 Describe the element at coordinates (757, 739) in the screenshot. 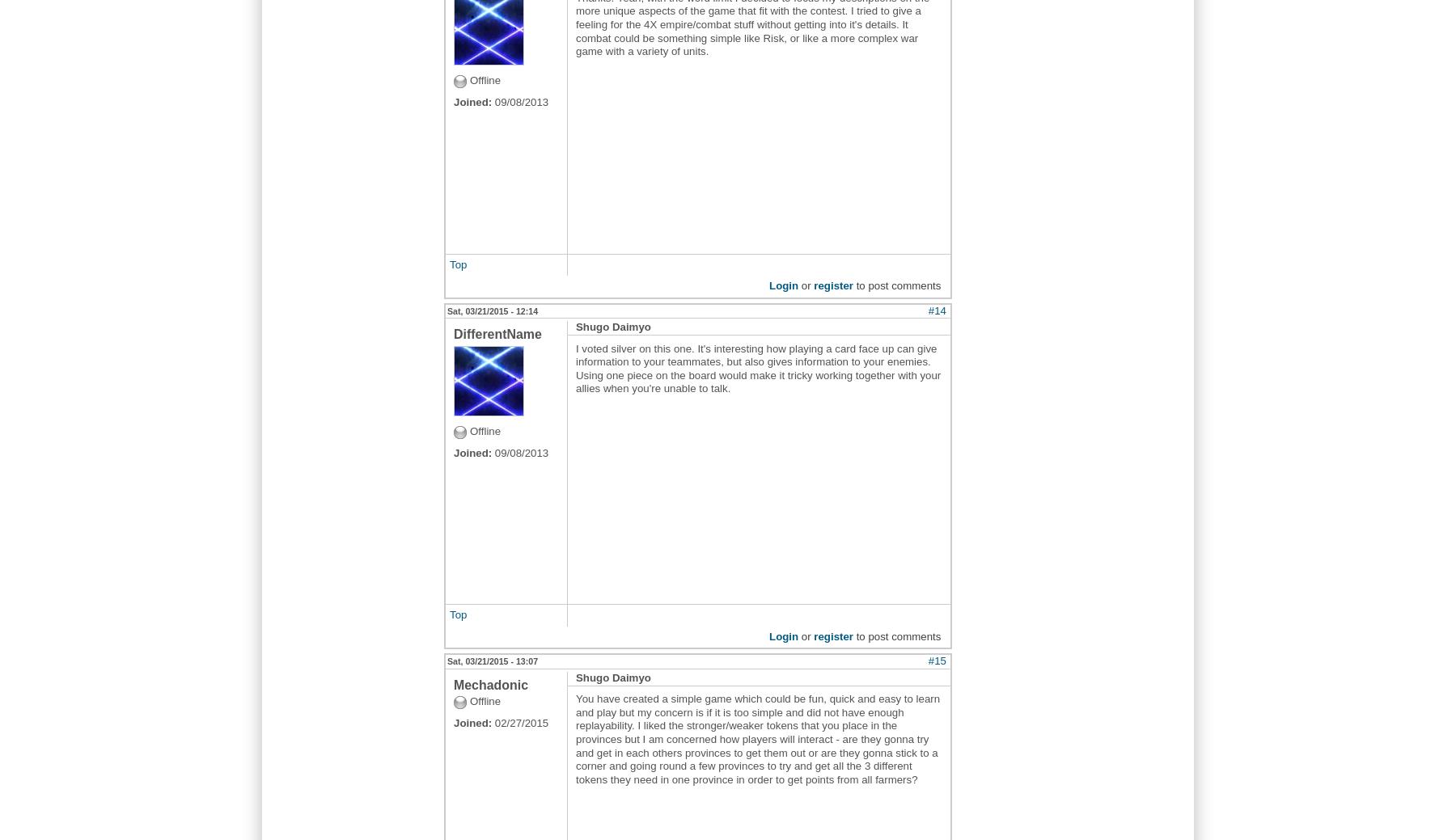

I see `'You have created a simple game which could be fun, quick and easy to learn and play but my concern is if it is too simple and did not have enough replayability. I liked the stronger/weaker tokens that you place in the provinces but I am concerned how players will interact - are they gonna try and get in each others provinces to get them out or are they gonna stick to a corner and going round a few provinces to try and get all the 3 different tokens they need in one province in order to get points from all farmers?'` at that location.